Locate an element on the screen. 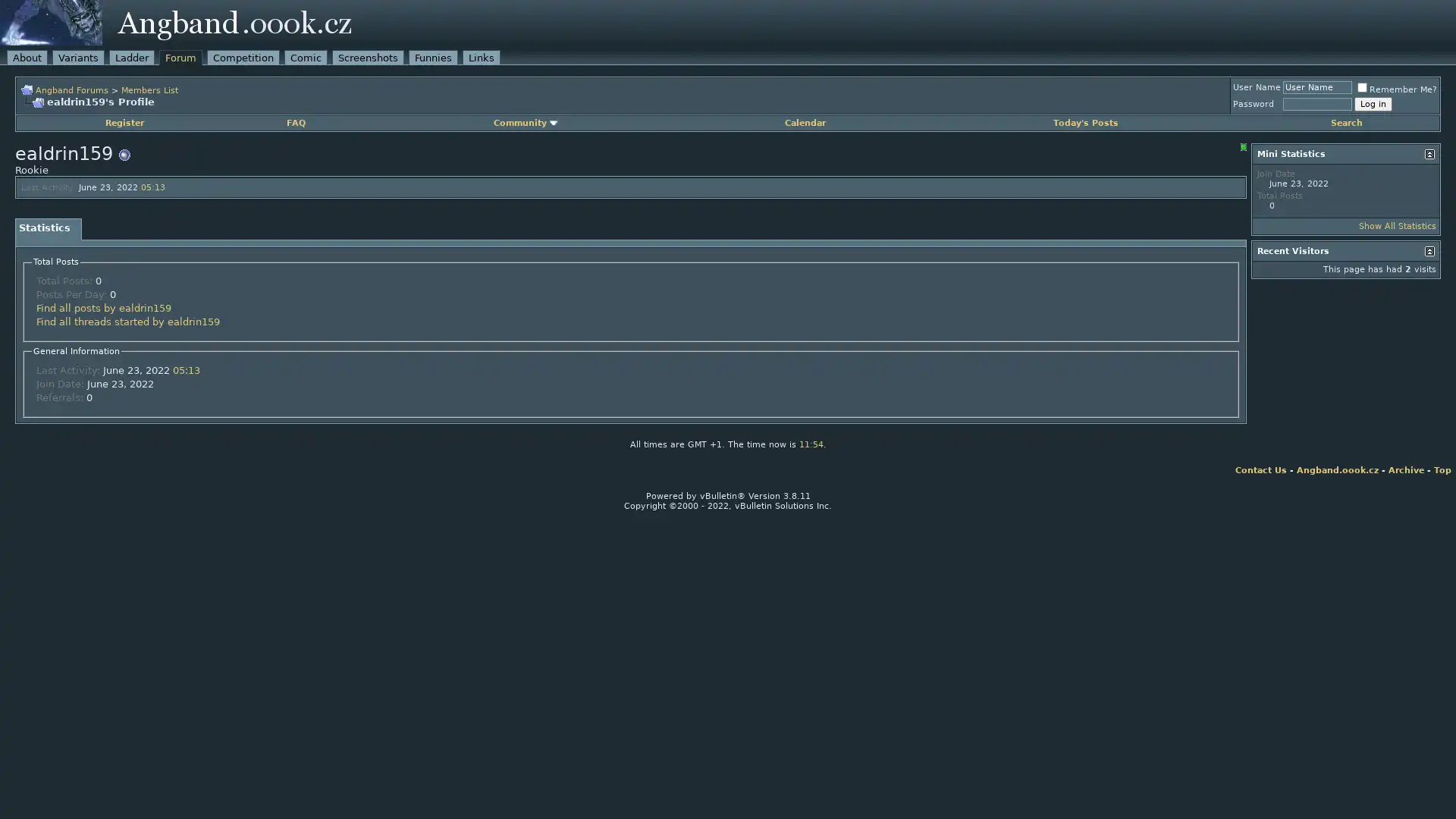  Log in is located at coordinates (1373, 103).